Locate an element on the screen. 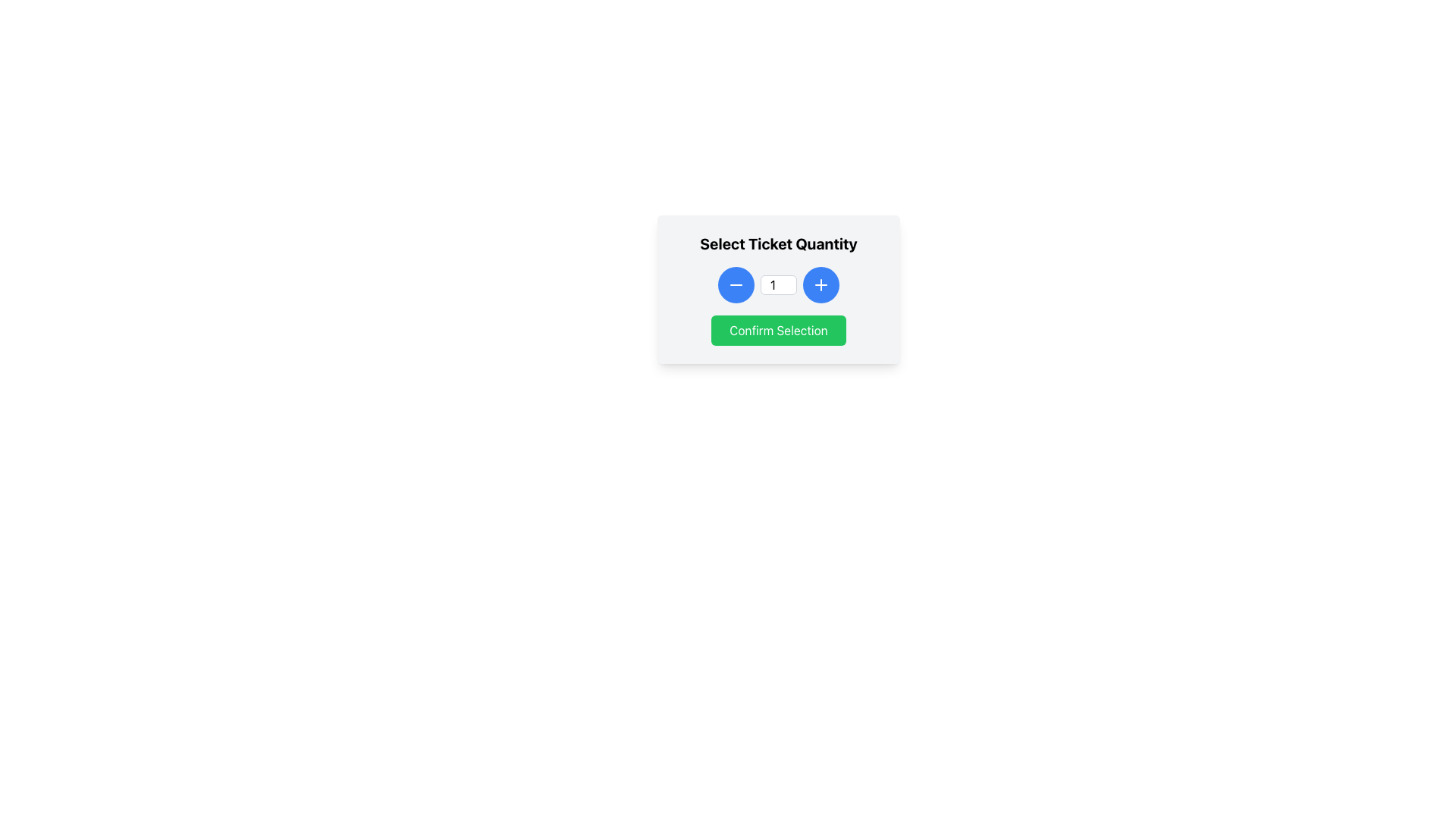 The height and width of the screenshot is (819, 1456). the blue circular decrement button located on the left side of the quantity input field under the 'Select Ticket Quantity' heading to reduce the ticket quantity is located at coordinates (736, 284).